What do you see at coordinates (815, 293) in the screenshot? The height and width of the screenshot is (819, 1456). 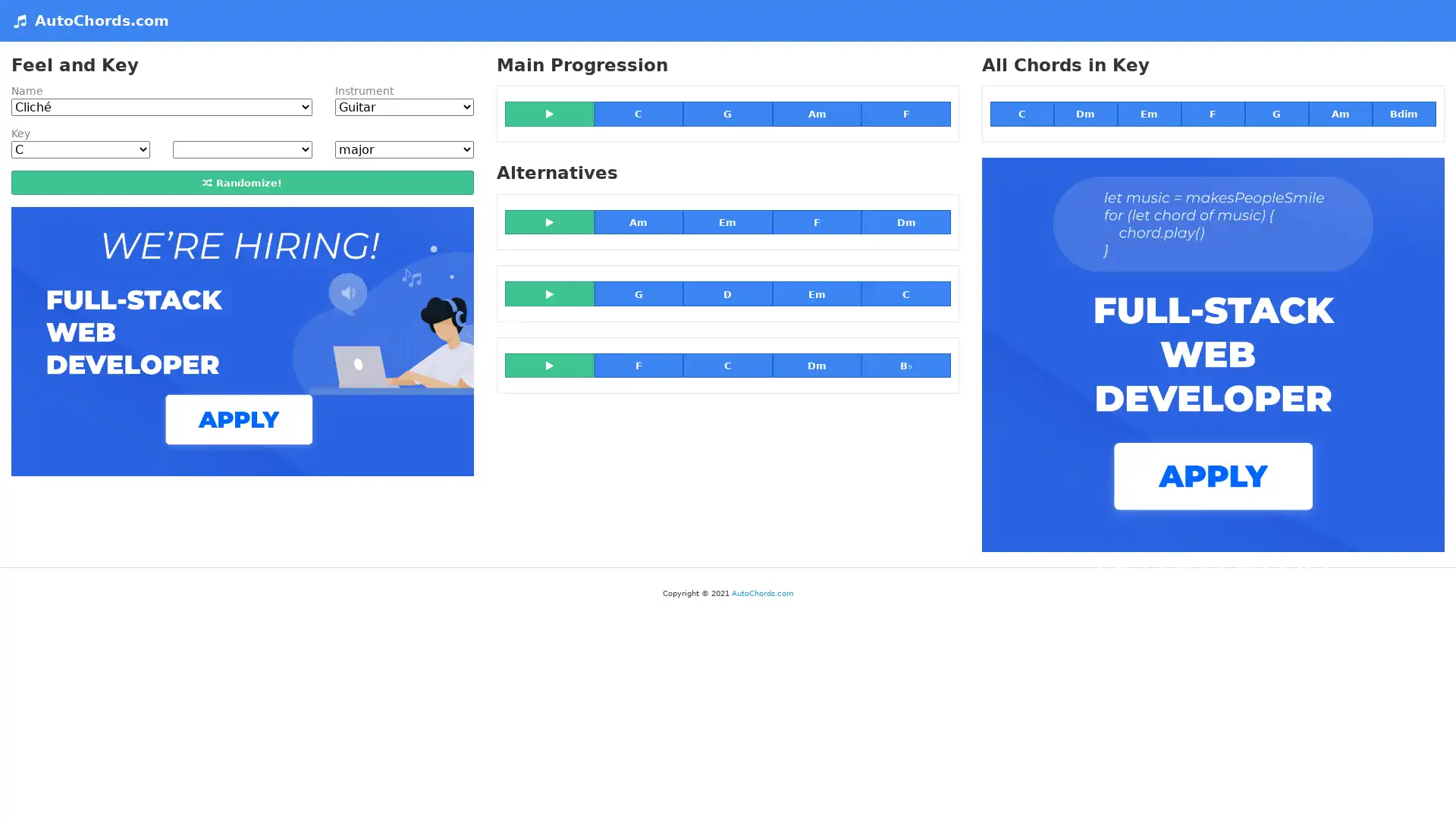 I see `Em` at bounding box center [815, 293].